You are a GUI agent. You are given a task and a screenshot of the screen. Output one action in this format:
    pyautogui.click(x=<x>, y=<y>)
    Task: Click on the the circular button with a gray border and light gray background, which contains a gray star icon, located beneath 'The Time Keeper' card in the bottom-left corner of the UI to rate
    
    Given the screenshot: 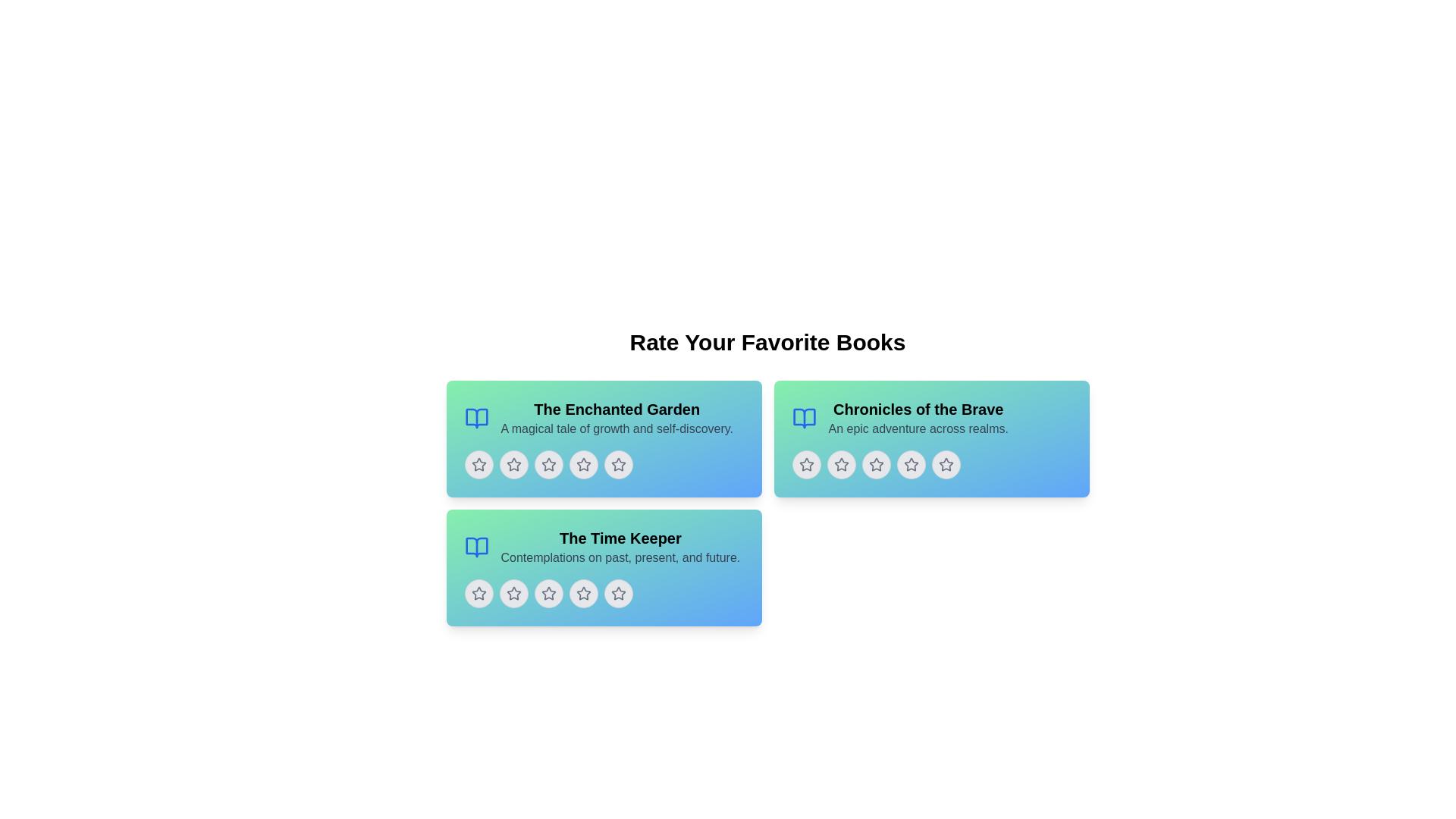 What is the action you would take?
    pyautogui.click(x=478, y=593)
    